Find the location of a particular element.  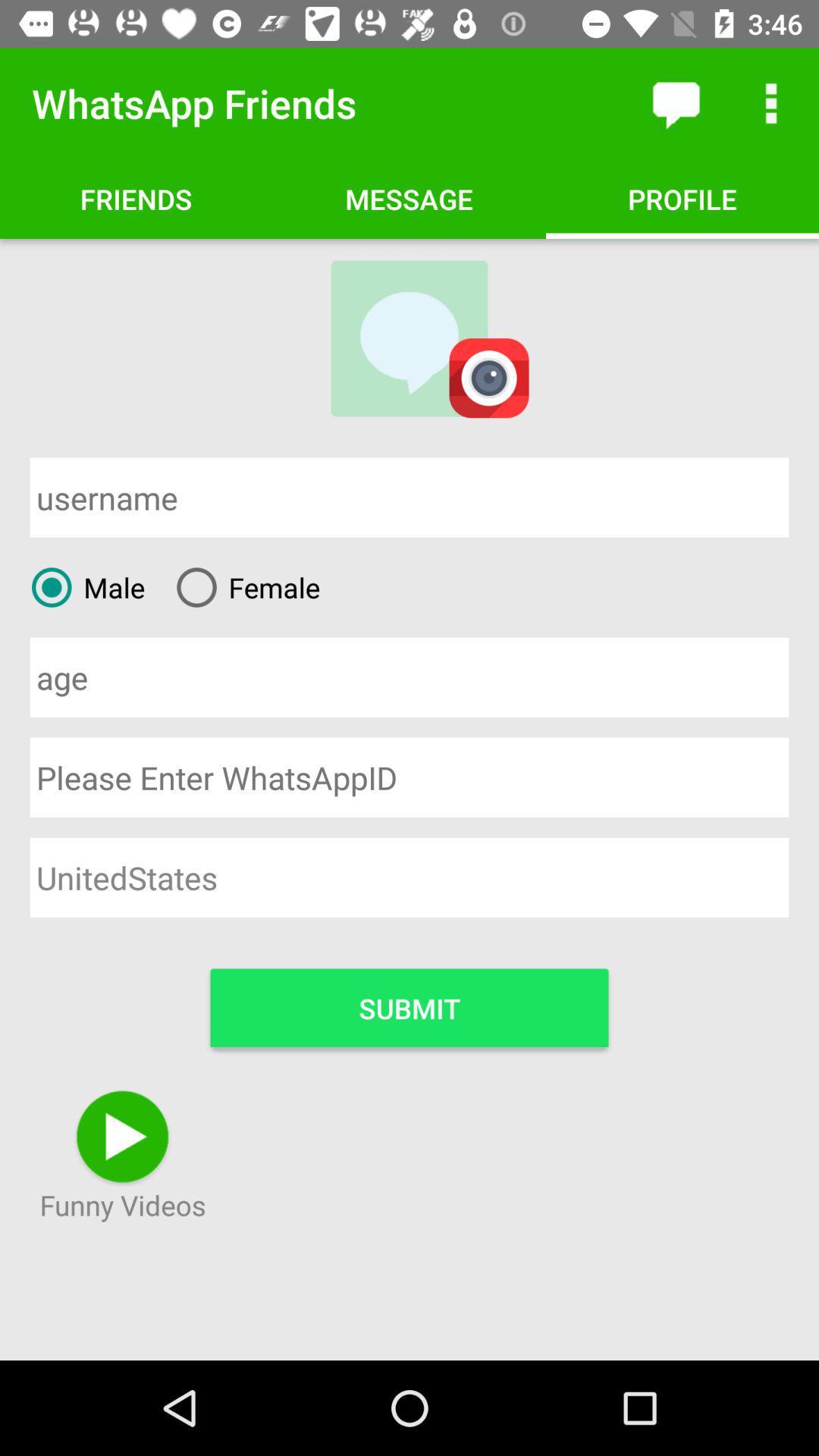

the icon above profile item is located at coordinates (675, 102).